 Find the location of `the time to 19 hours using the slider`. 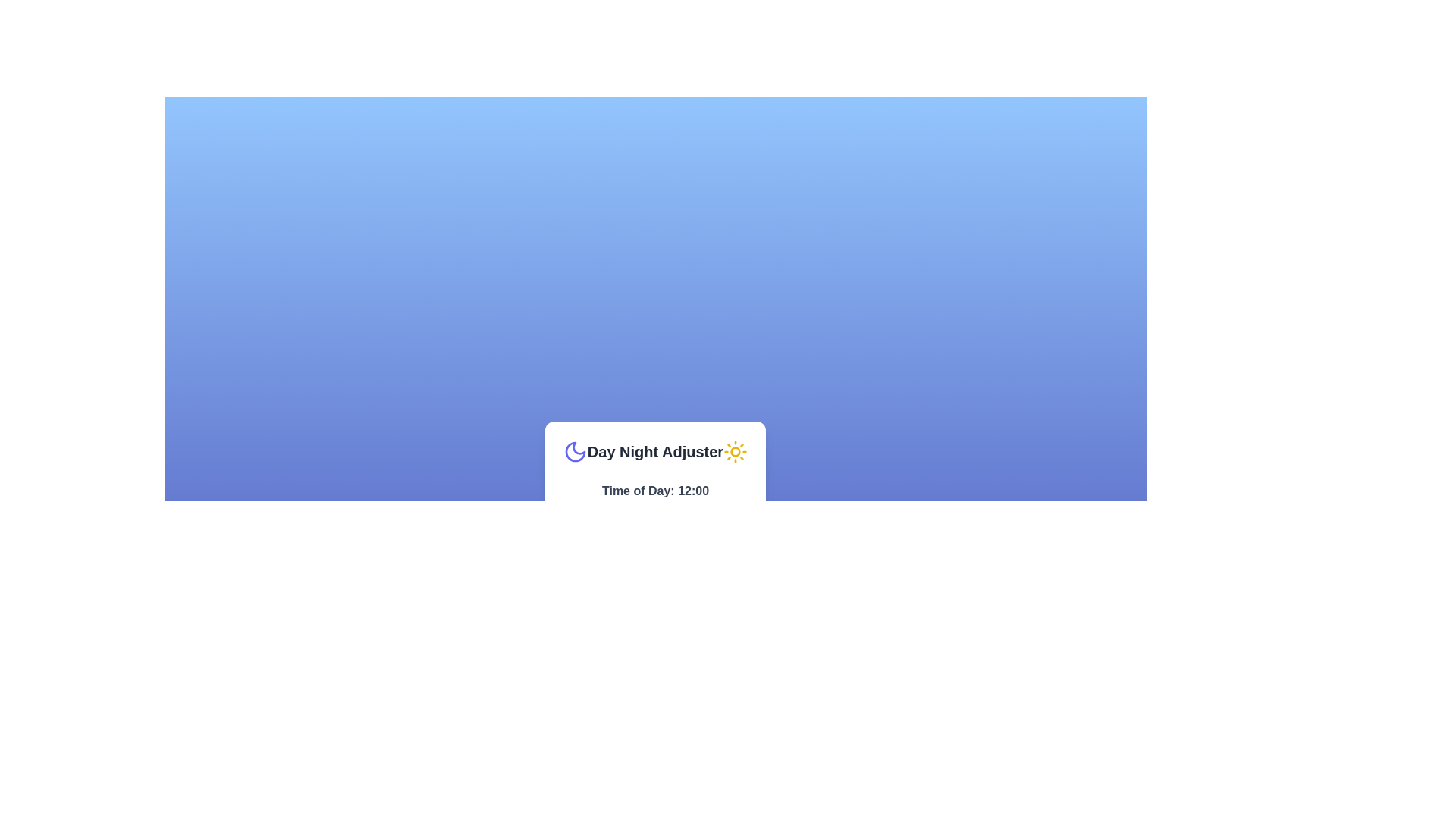

the time to 19 hours using the slider is located at coordinates (714, 508).